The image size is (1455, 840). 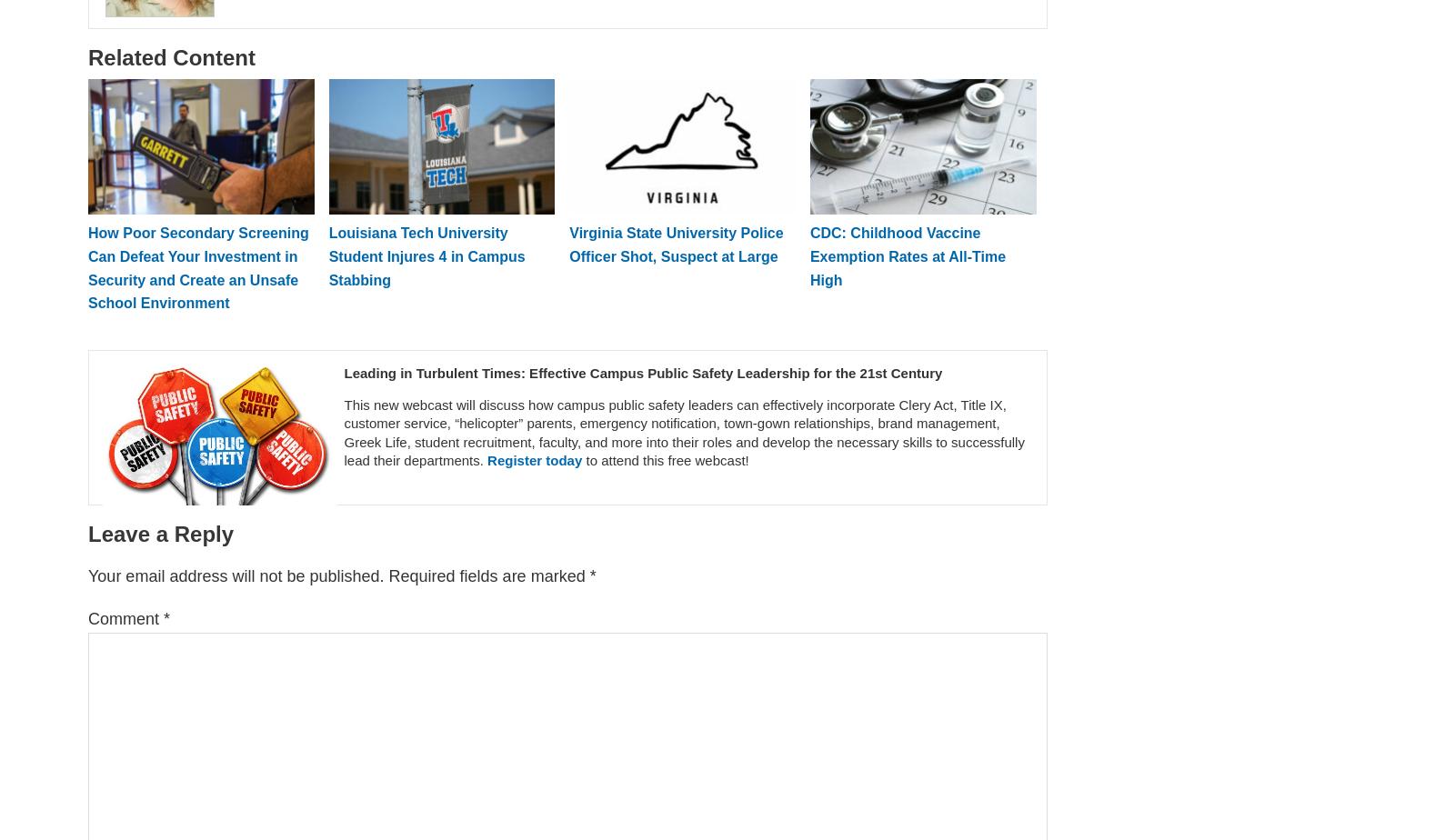 I want to click on 'Comment', so click(x=86, y=618).